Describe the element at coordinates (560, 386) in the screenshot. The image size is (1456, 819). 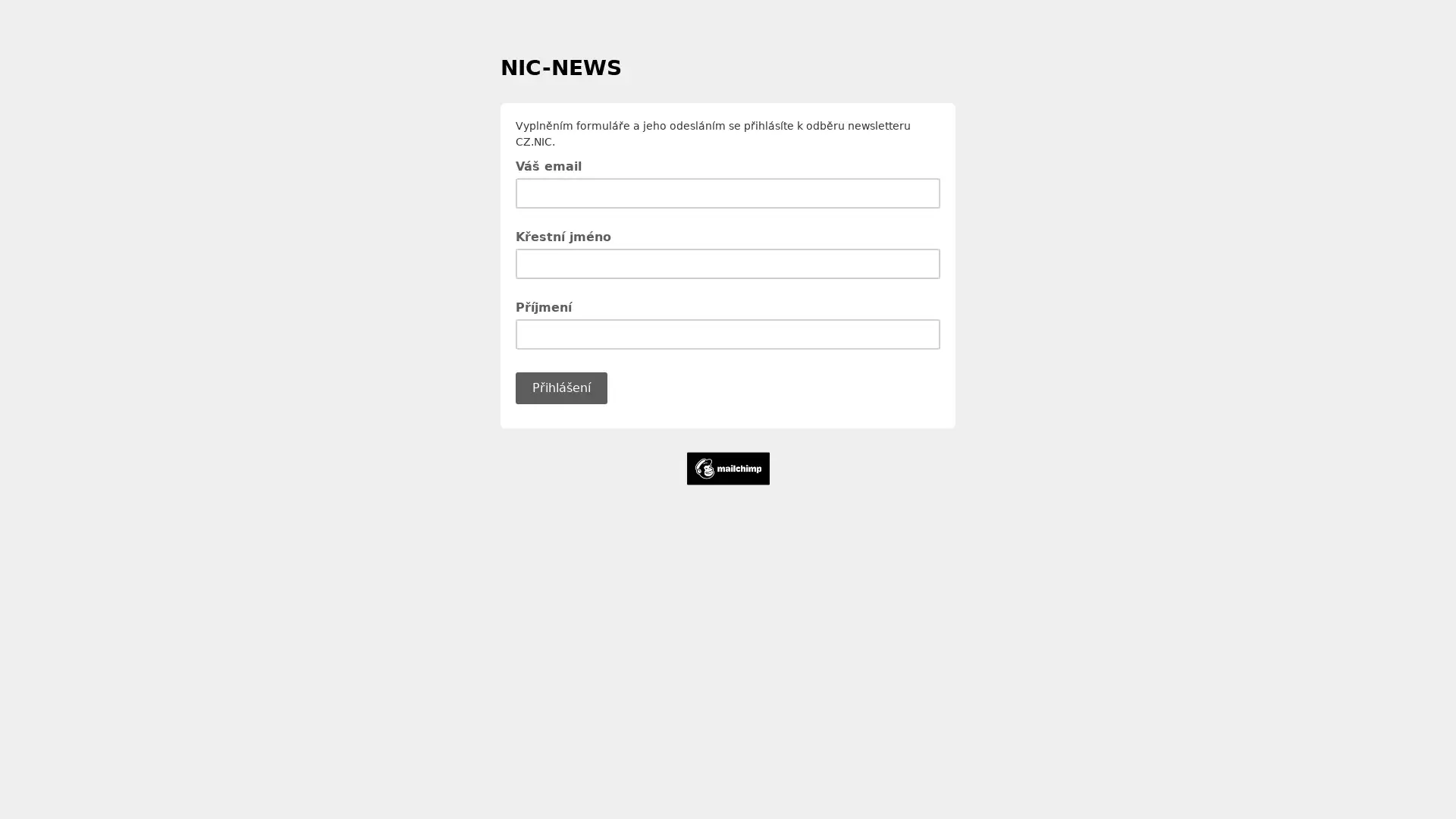
I see `Prihlaseni` at that location.